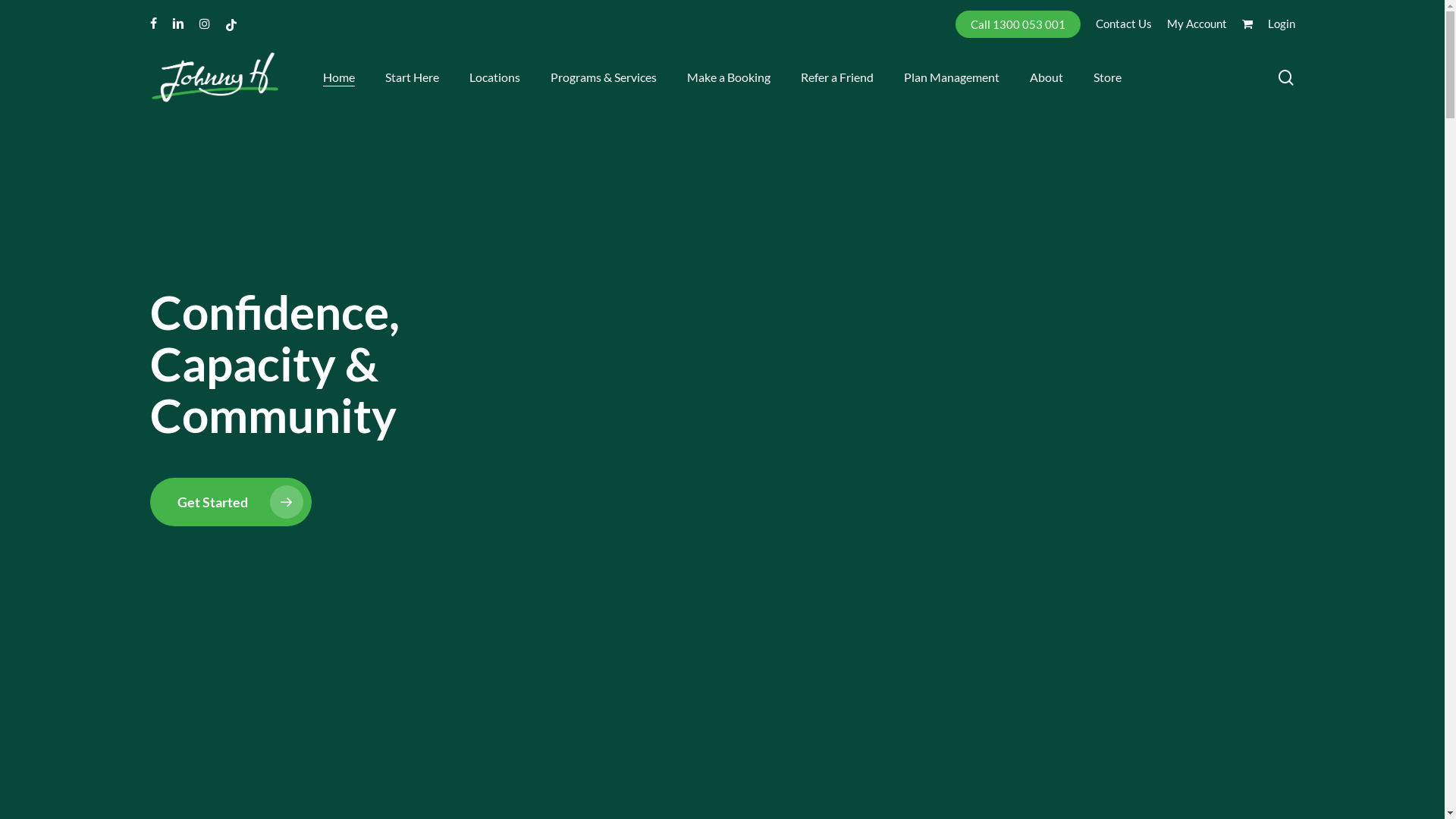 The image size is (1456, 819). Describe the element at coordinates (229, 23) in the screenshot. I see `'tiktok'` at that location.